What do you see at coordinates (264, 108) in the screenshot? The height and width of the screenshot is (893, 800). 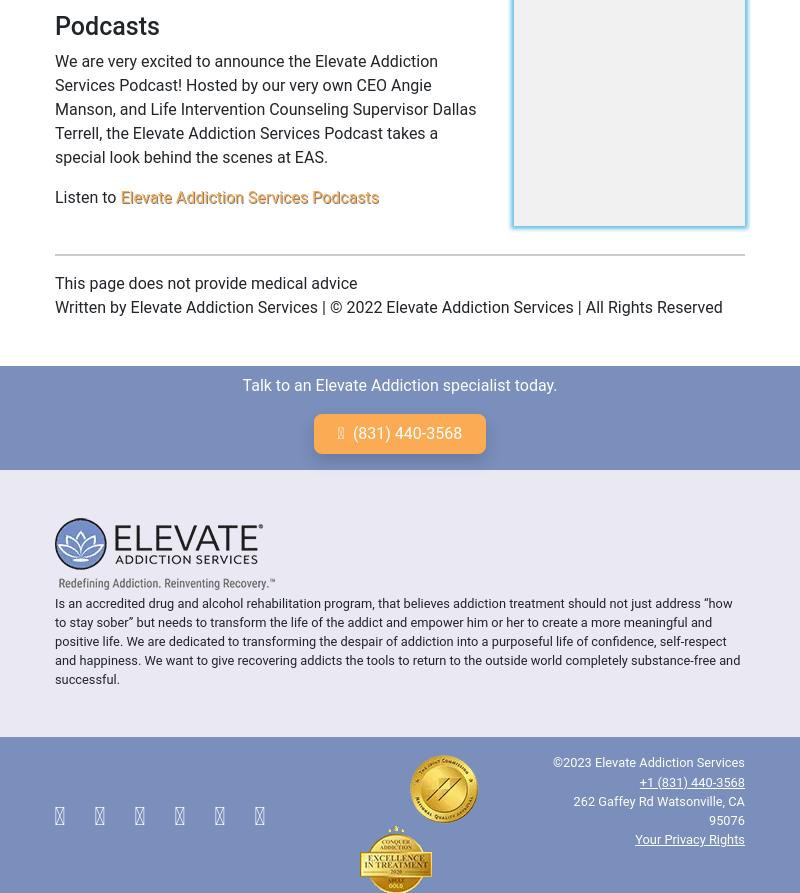 I see `'We are very excited to announce the Elevate Addiction Services Podcast! Hosted by our very own CEO Angie Manson, and Life Intervention Counseling Supervisor Dallas Terrell, the Elevate Addiction Services Podcast takes a special look behind the scenes at EAS.'` at bounding box center [264, 108].